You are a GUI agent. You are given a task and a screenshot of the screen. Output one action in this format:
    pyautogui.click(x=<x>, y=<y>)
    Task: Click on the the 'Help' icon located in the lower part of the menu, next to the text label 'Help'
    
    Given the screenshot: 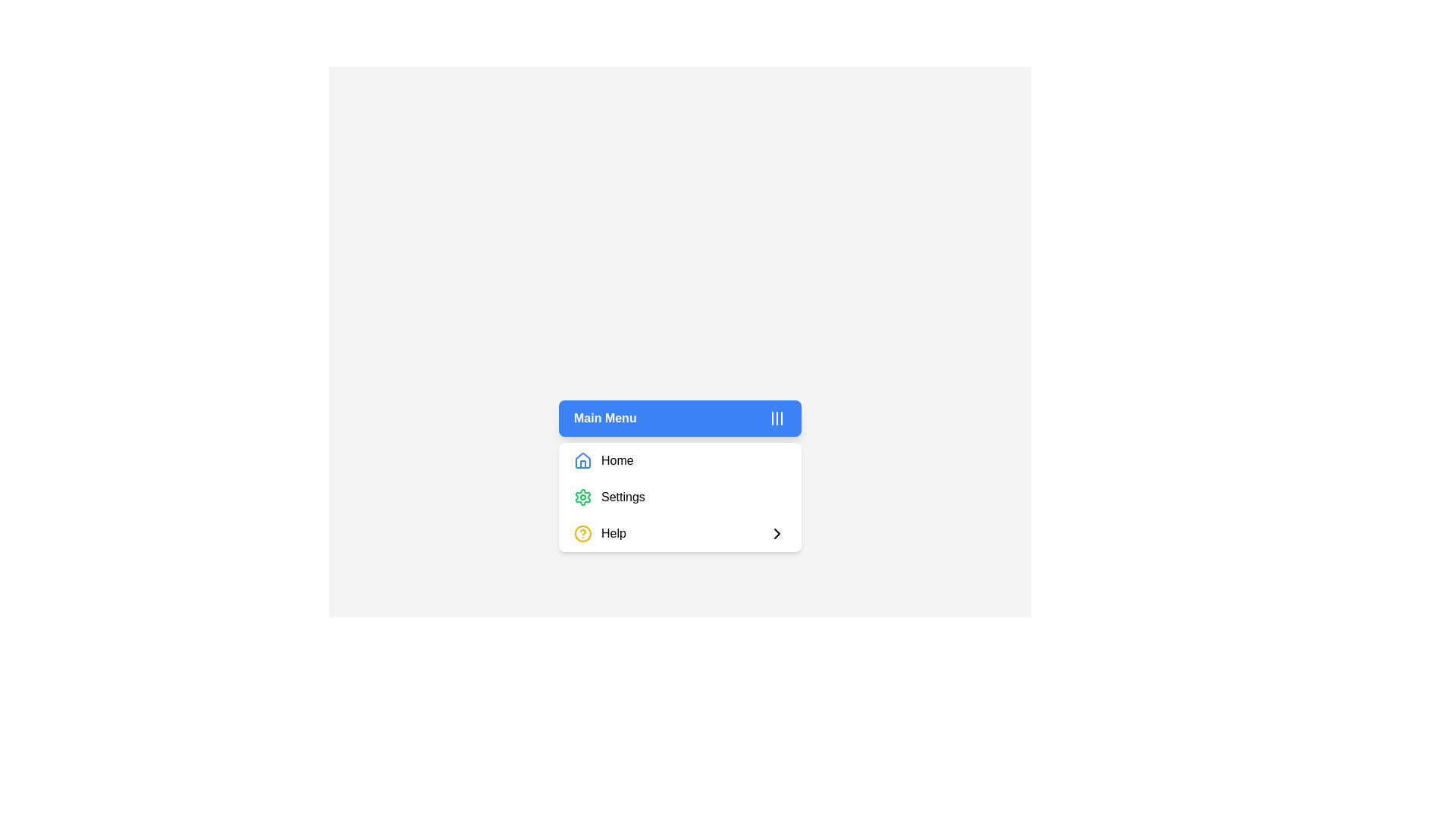 What is the action you would take?
    pyautogui.click(x=582, y=533)
    